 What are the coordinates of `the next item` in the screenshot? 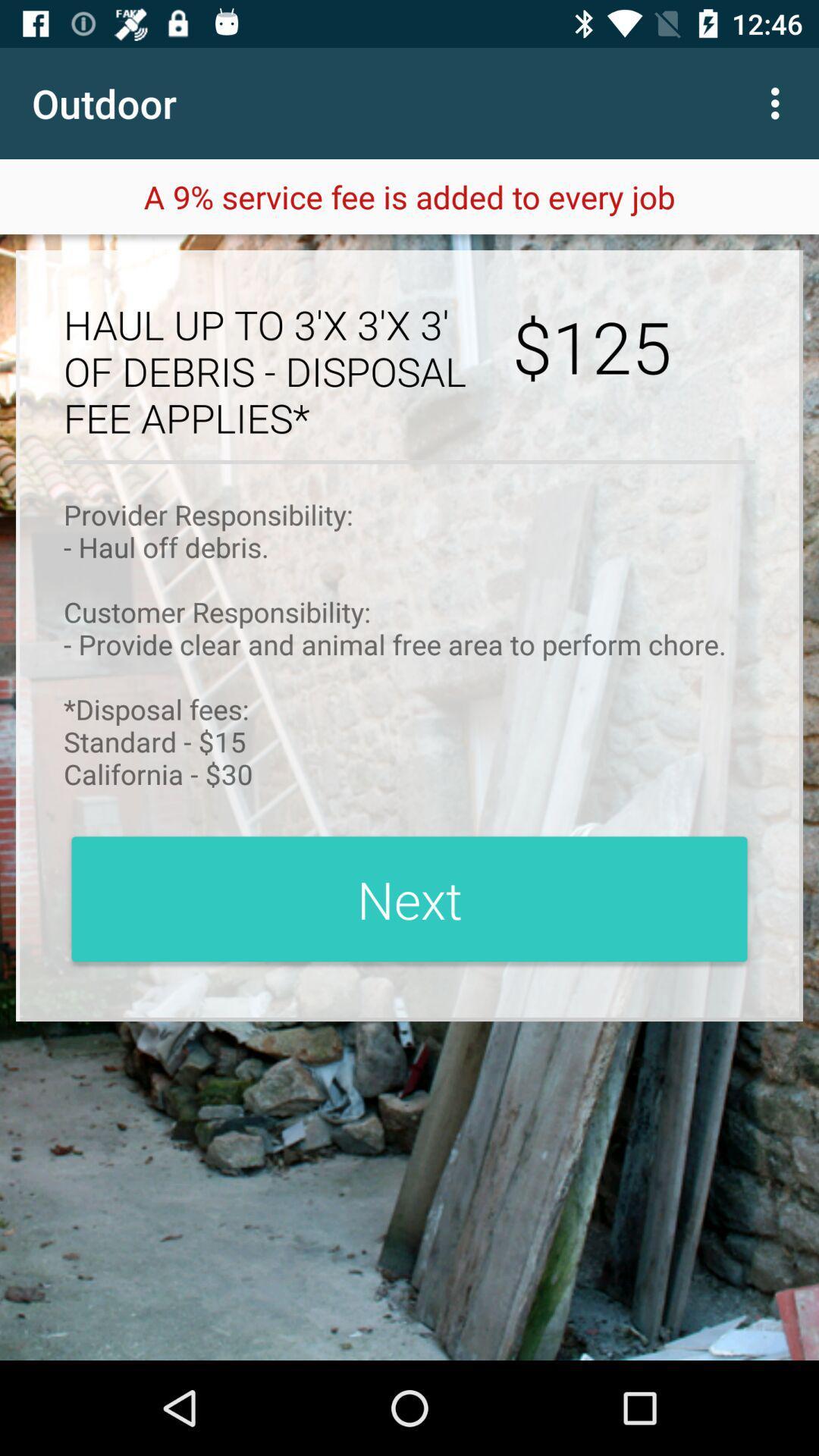 It's located at (409, 899).